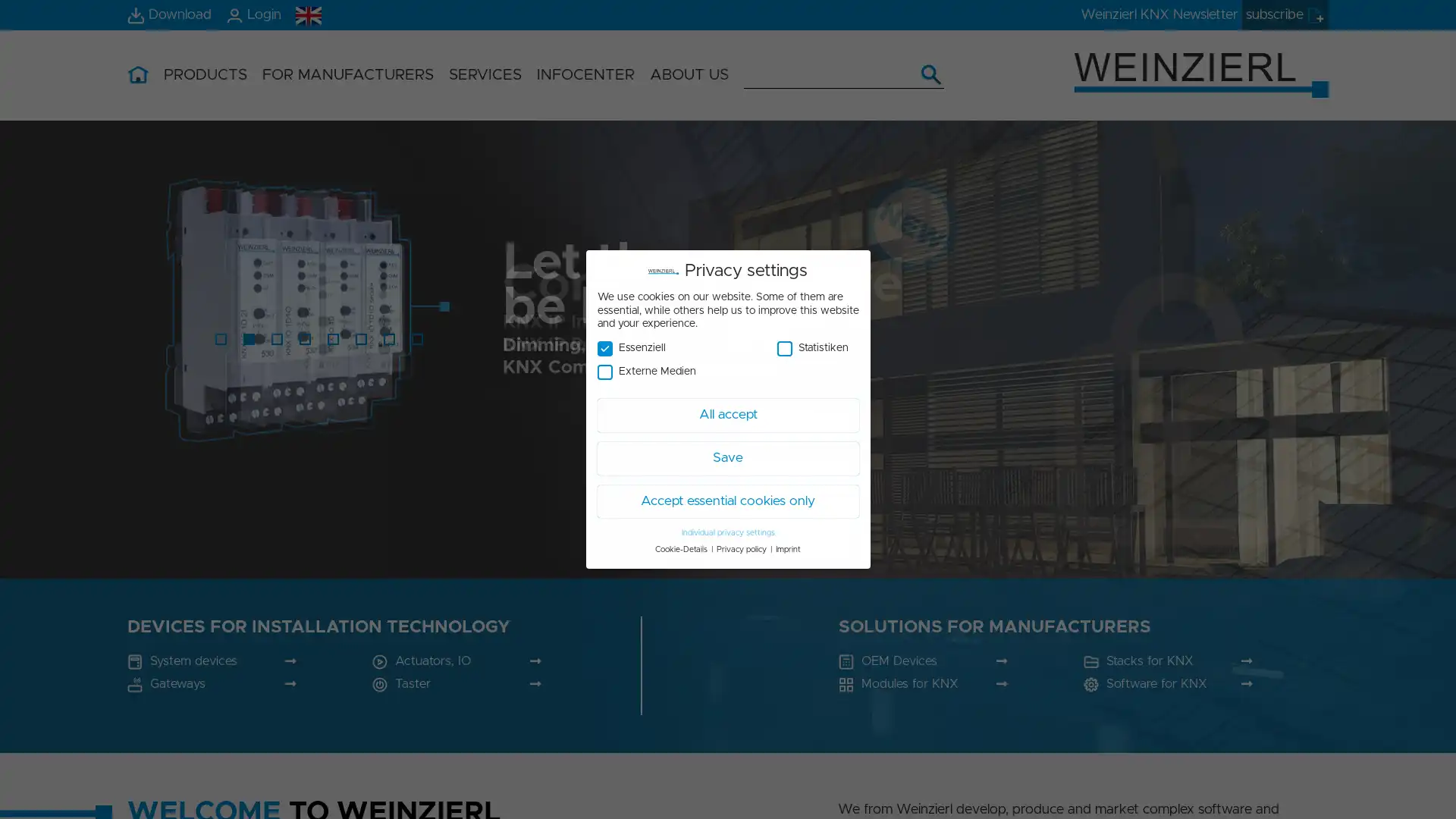 This screenshot has height=819, width=1456. What do you see at coordinates (811, 689) in the screenshot?
I see `Accept essential cookies only` at bounding box center [811, 689].